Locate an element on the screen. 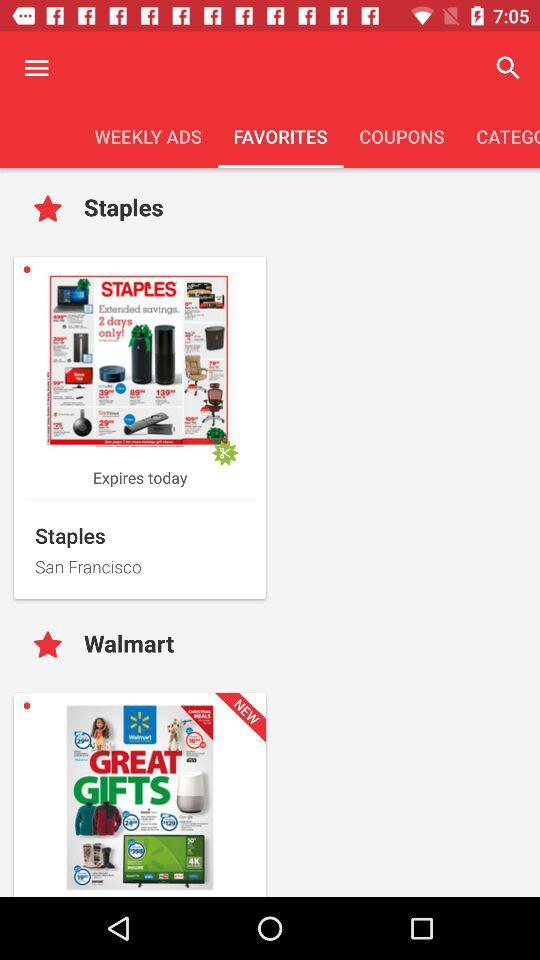 The height and width of the screenshot is (960, 540). like is located at coordinates (52, 645).